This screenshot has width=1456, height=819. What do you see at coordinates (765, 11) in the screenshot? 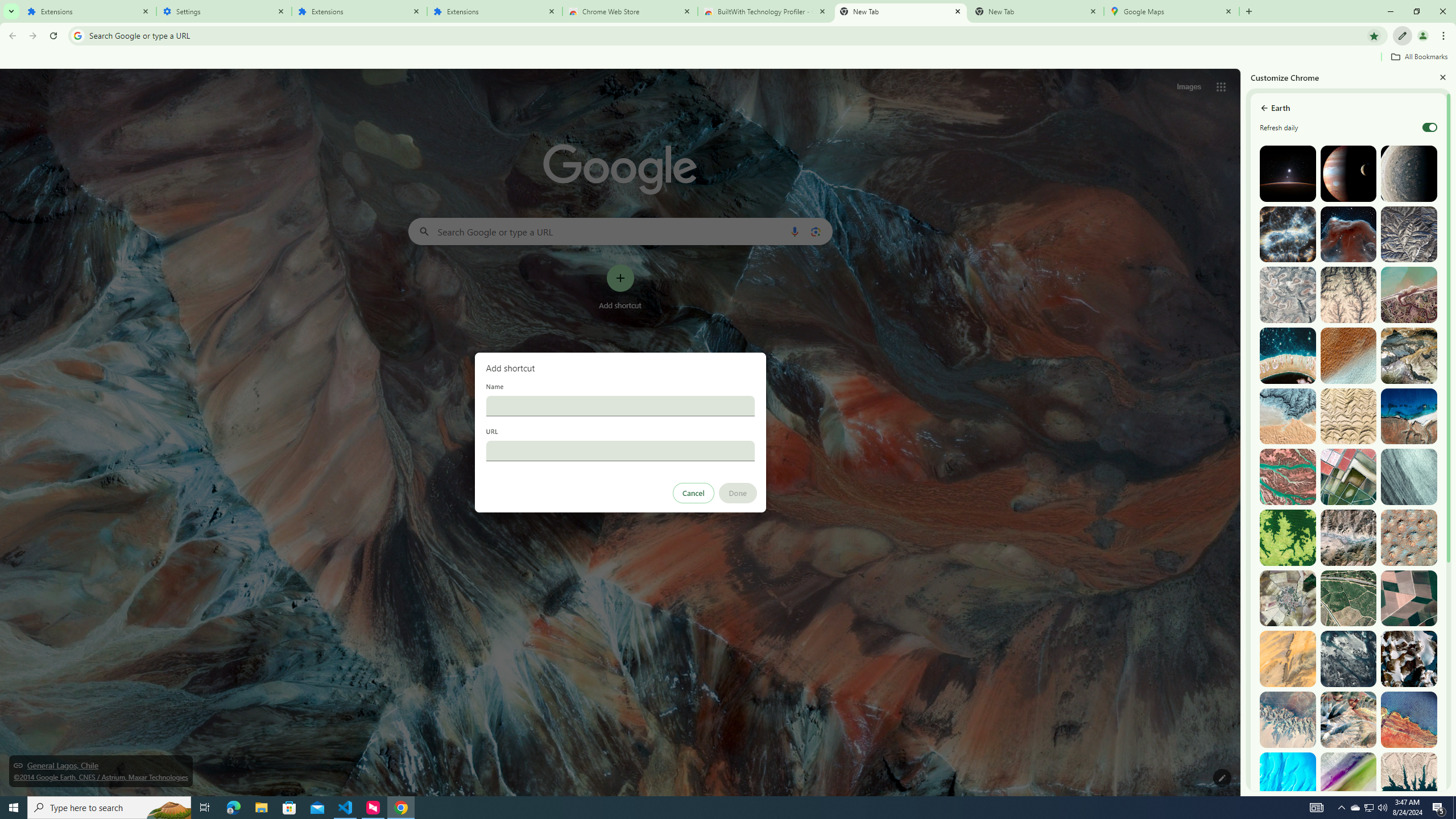
I see `'BuiltWith Technology Profiler - Chrome Web Store'` at bounding box center [765, 11].